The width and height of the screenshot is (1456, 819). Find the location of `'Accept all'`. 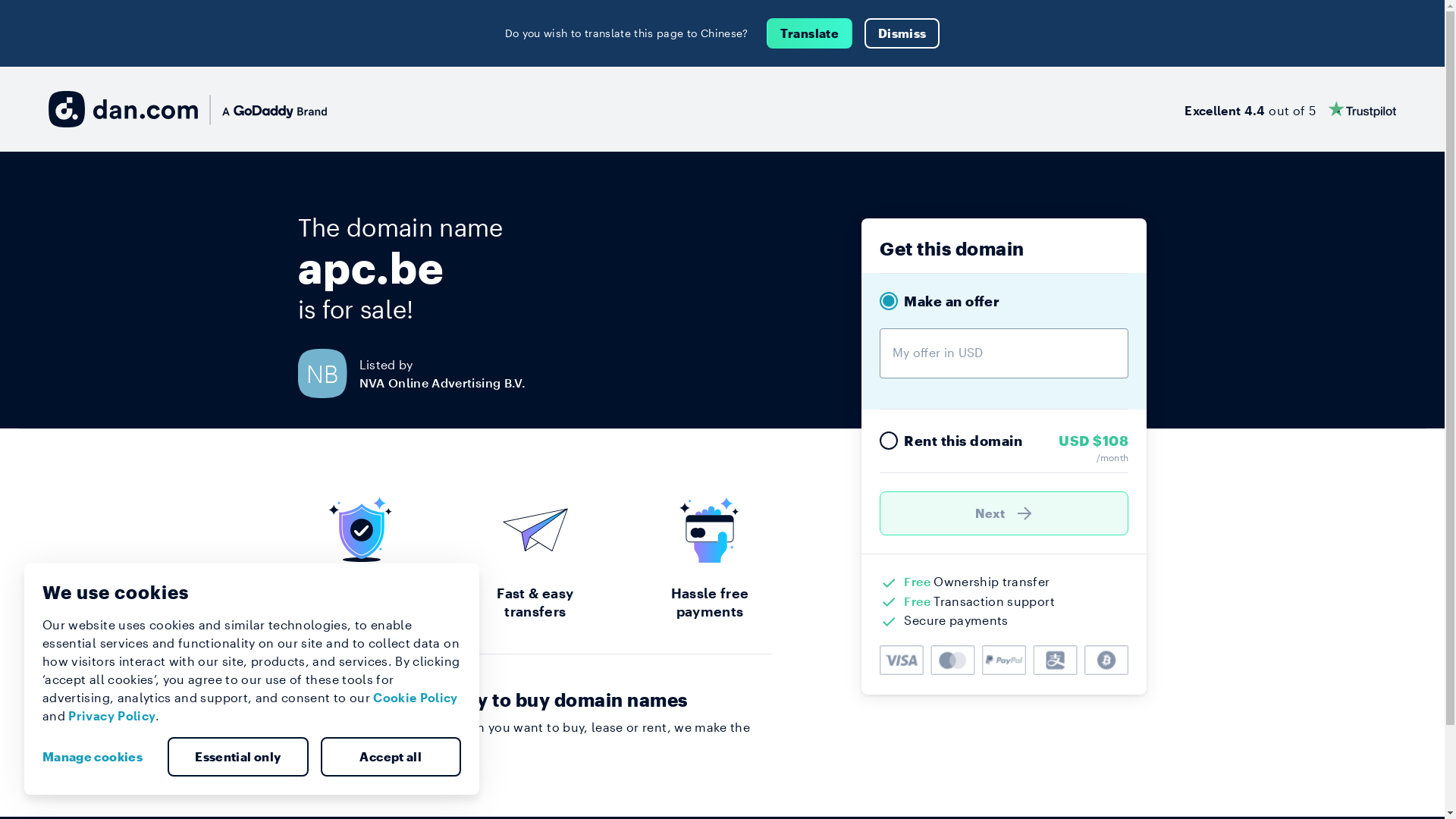

'Accept all' is located at coordinates (390, 757).